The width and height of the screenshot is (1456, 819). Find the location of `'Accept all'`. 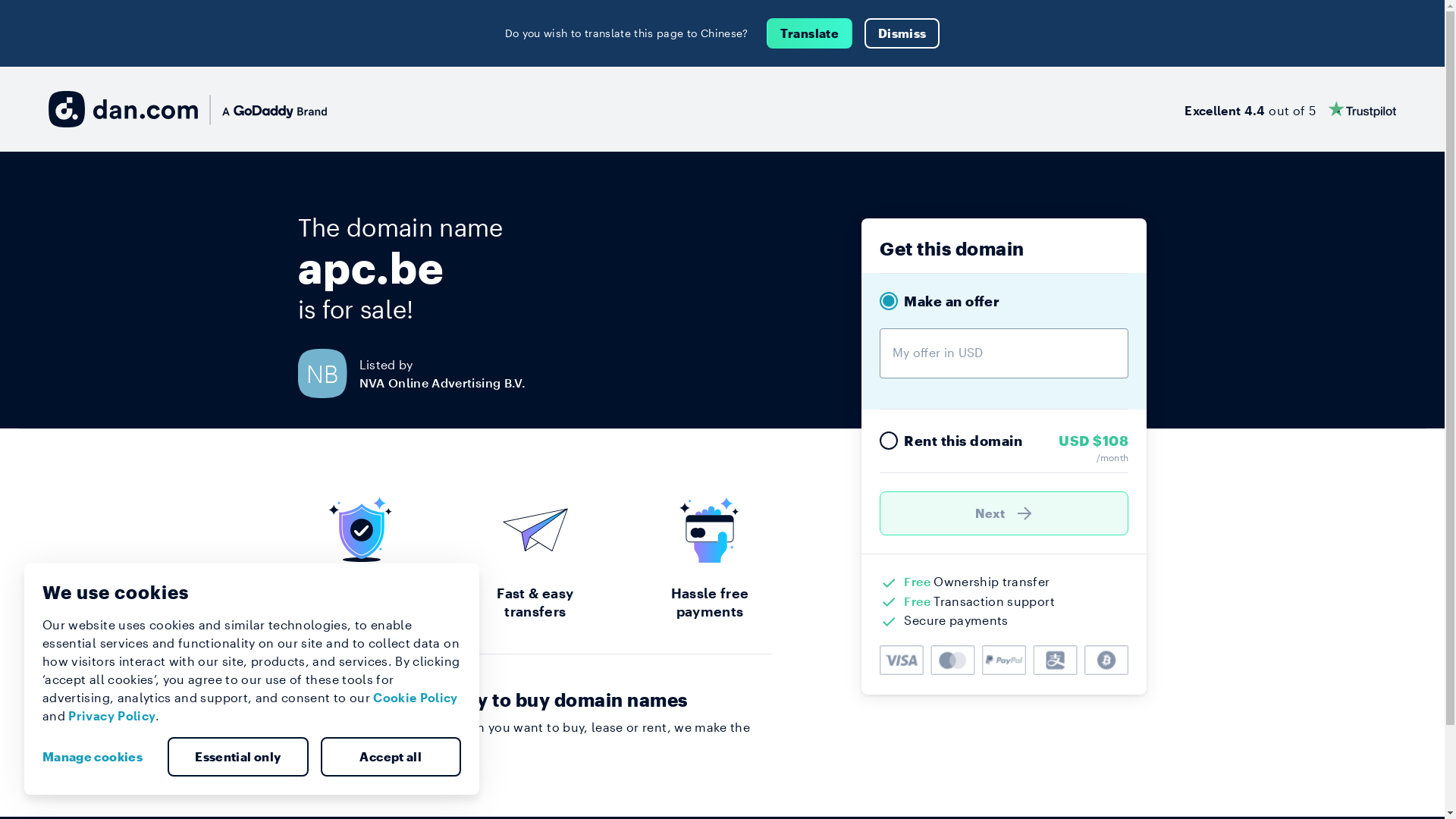

'Accept all' is located at coordinates (390, 757).